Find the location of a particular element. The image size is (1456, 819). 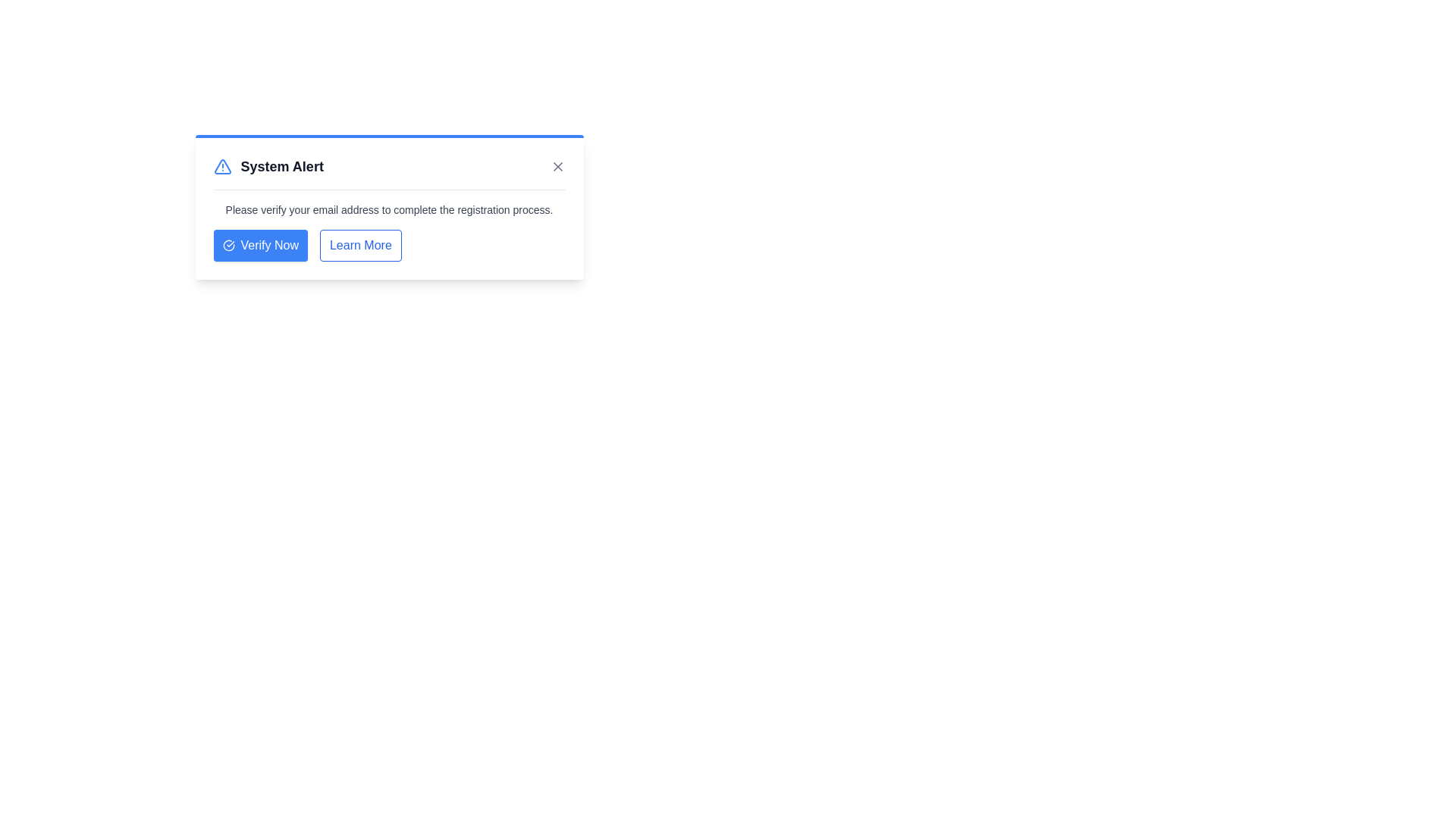

'Verify Now' button to verify the email is located at coordinates (260, 245).